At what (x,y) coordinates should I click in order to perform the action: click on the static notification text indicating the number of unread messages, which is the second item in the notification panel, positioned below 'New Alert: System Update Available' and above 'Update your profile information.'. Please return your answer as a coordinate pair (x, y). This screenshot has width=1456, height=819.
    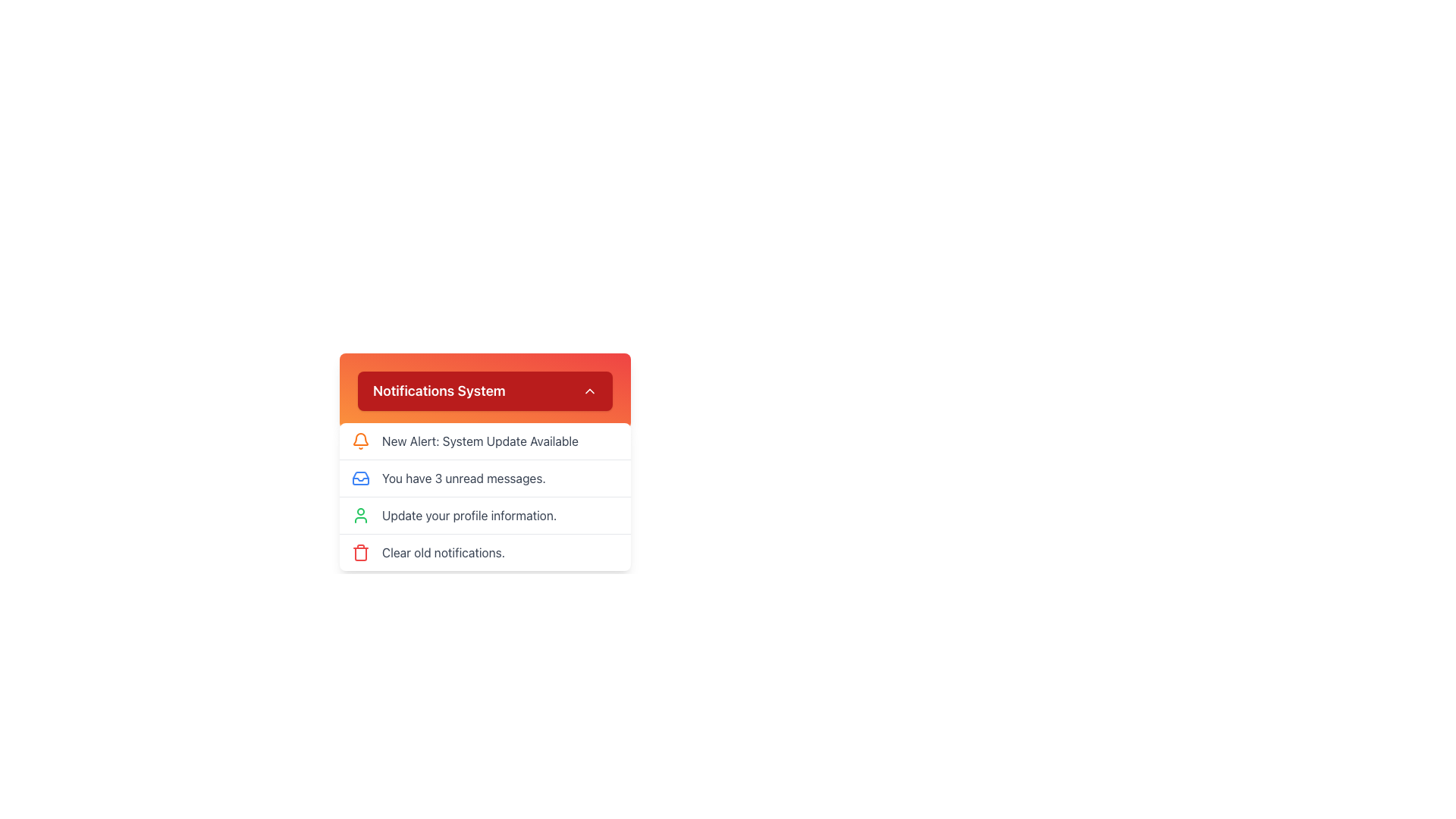
    Looking at the image, I should click on (484, 478).